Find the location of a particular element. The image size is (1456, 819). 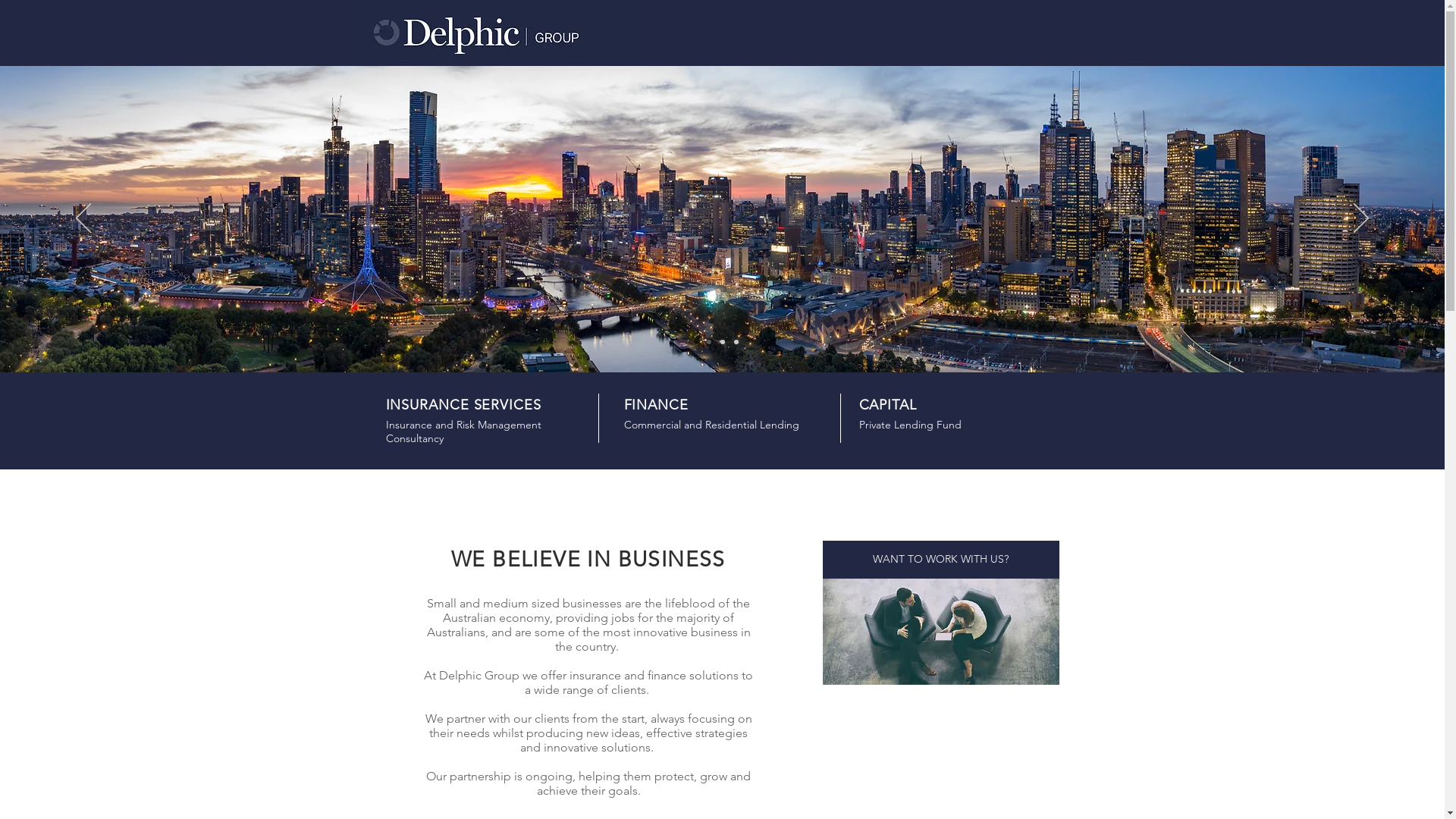

'FINANCE' is located at coordinates (655, 403).